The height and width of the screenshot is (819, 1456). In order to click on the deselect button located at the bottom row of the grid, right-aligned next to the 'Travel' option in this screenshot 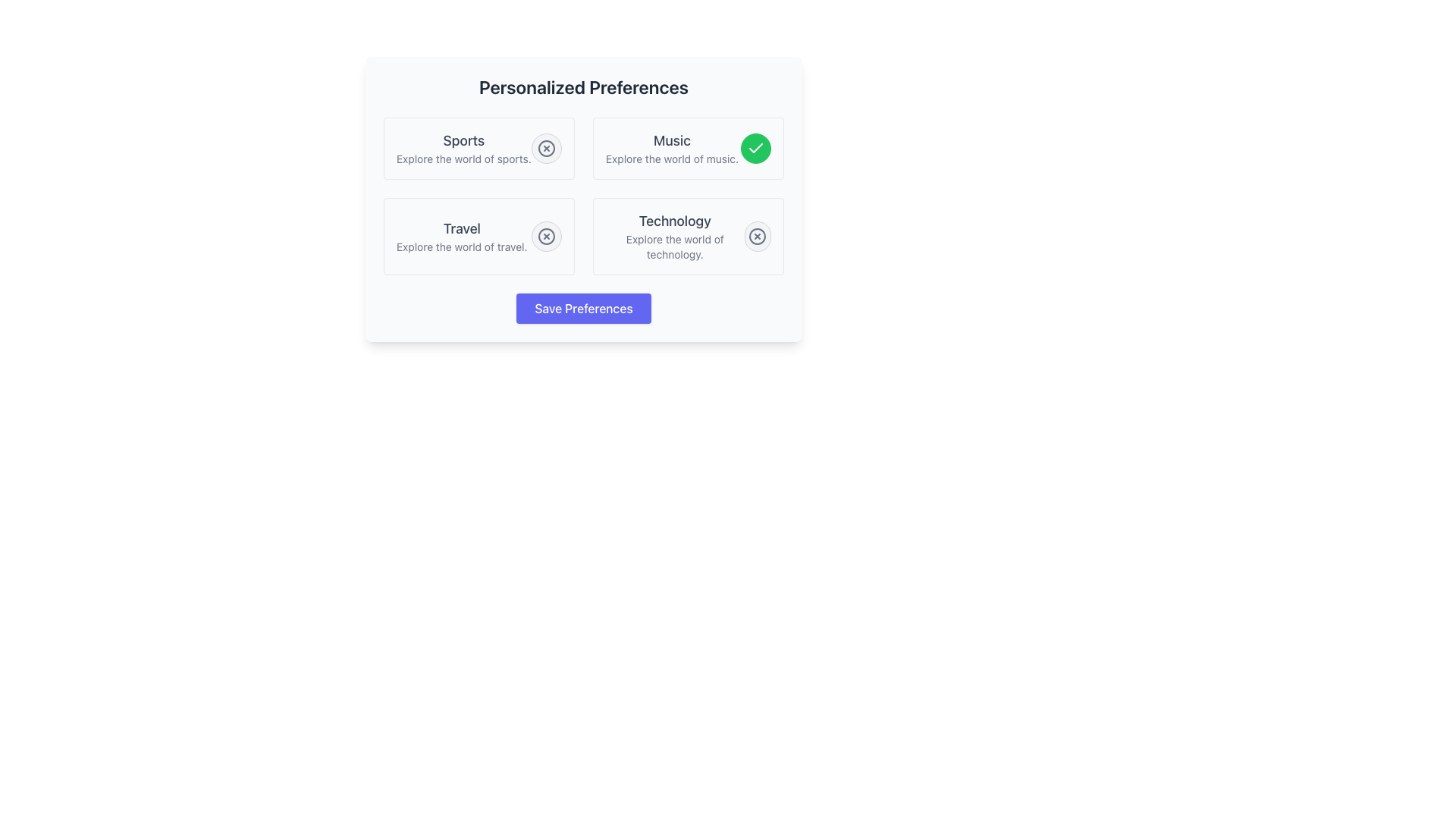, I will do `click(546, 237)`.